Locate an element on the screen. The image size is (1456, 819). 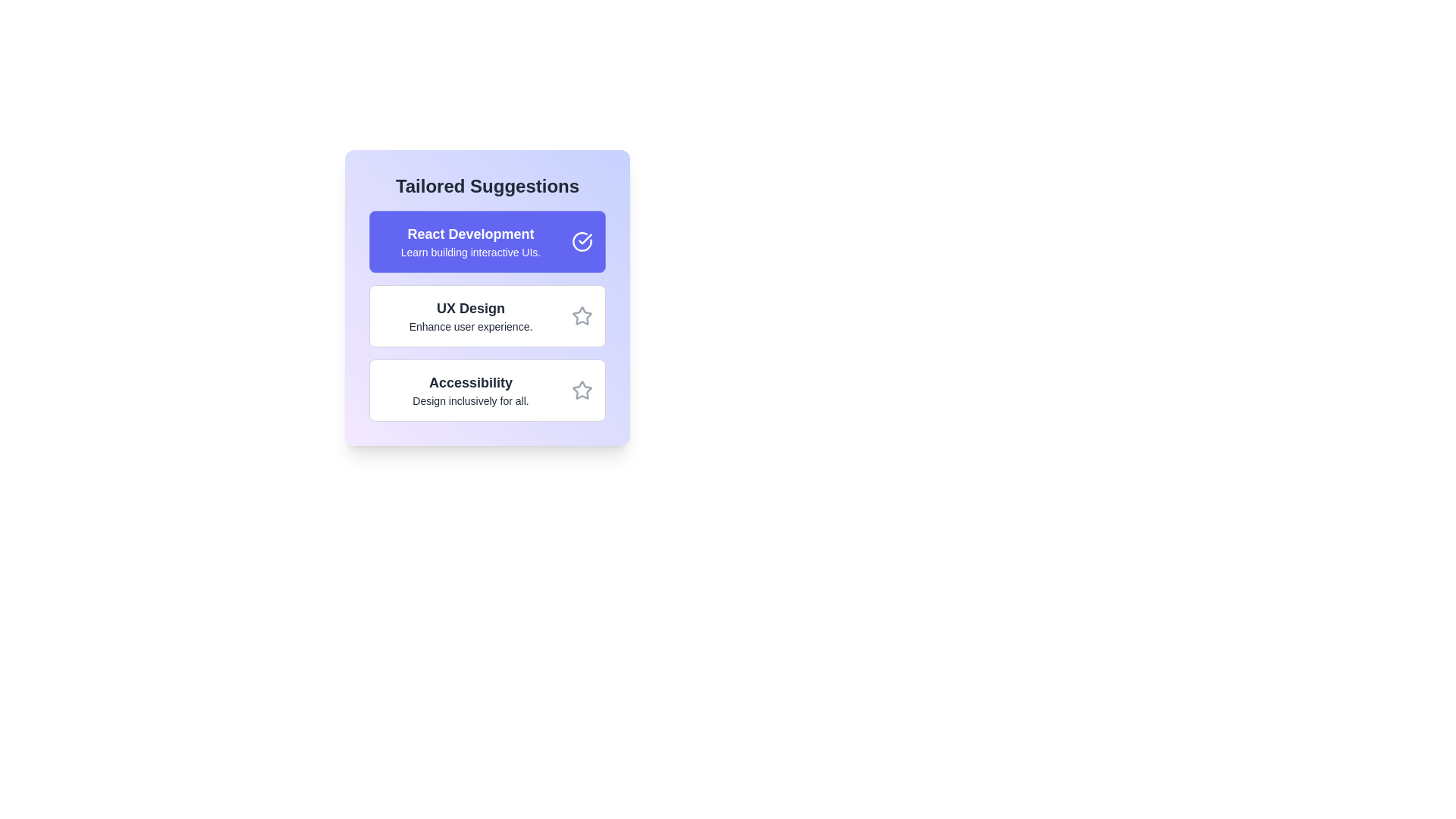
the suggestion with the title React Development is located at coordinates (488, 241).